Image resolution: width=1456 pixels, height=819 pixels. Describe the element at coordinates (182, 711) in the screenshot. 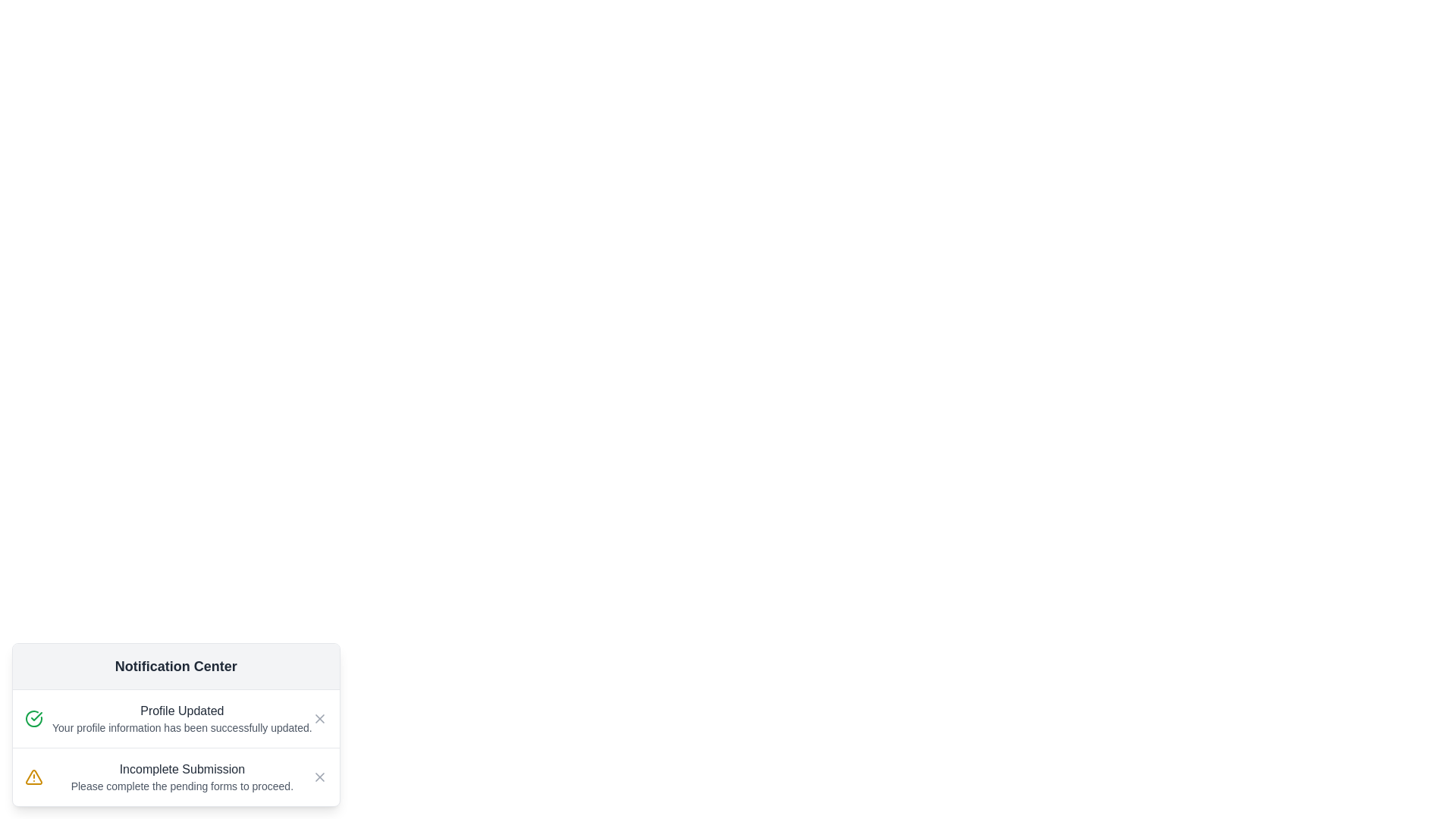

I see `the text label that displays 'Profile Updated' in the Notification Center, which is styled in dark gray and positioned above the explanatory text` at that location.